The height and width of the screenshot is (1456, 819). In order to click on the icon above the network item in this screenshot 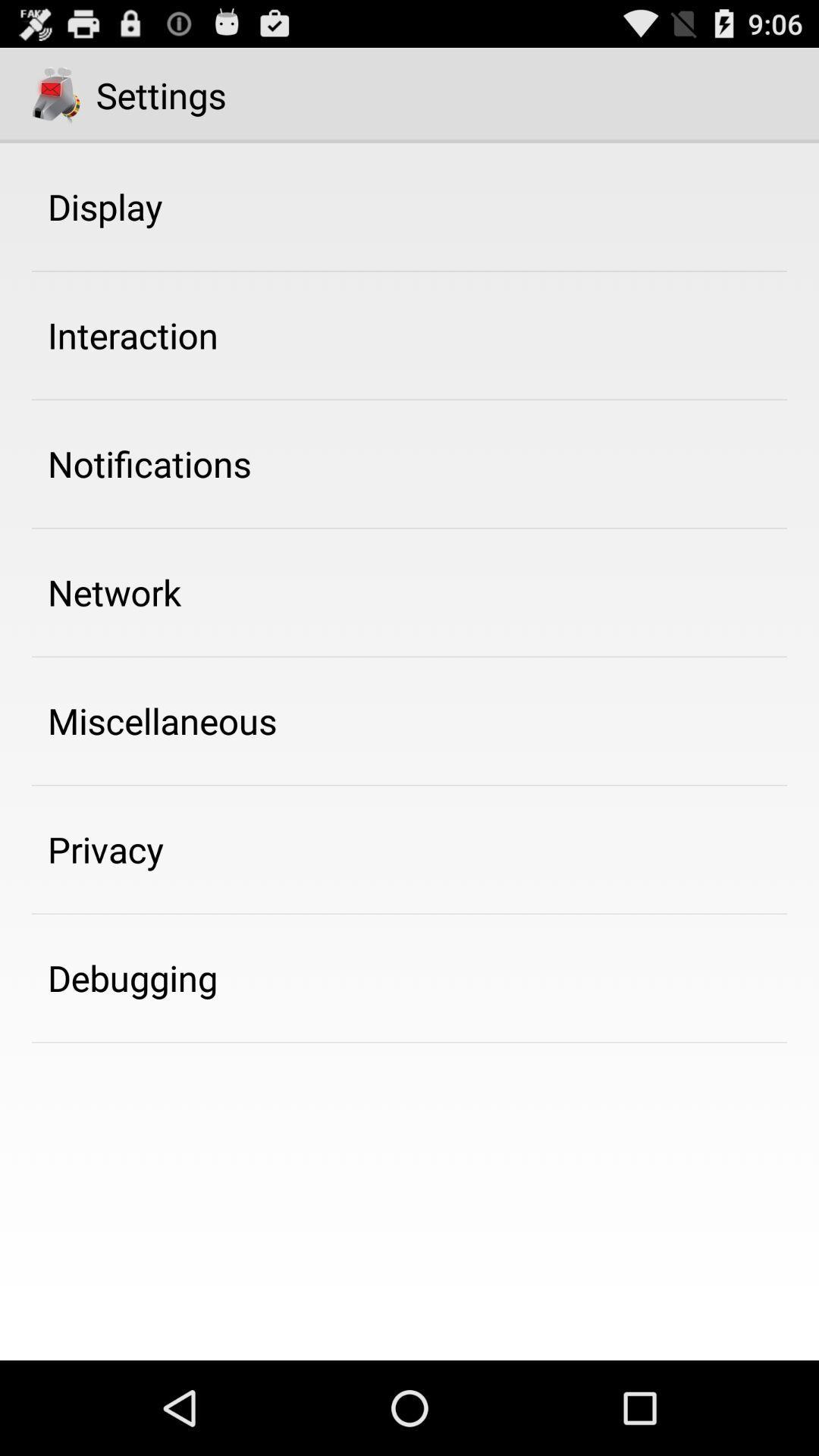, I will do `click(149, 463)`.